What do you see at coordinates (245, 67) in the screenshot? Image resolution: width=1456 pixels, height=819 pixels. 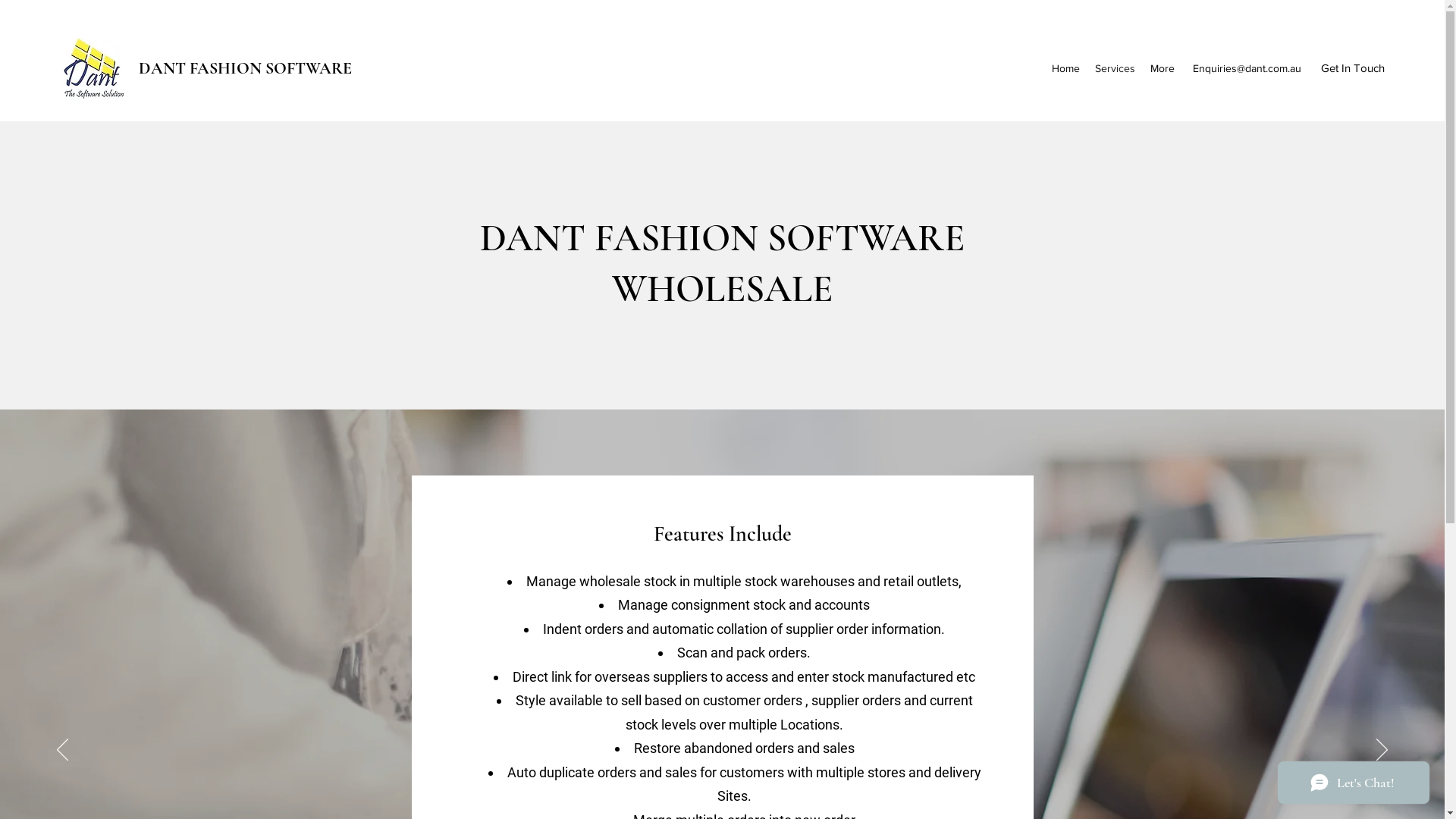 I see `'DANT FASHION SOFTWARE'` at bounding box center [245, 67].